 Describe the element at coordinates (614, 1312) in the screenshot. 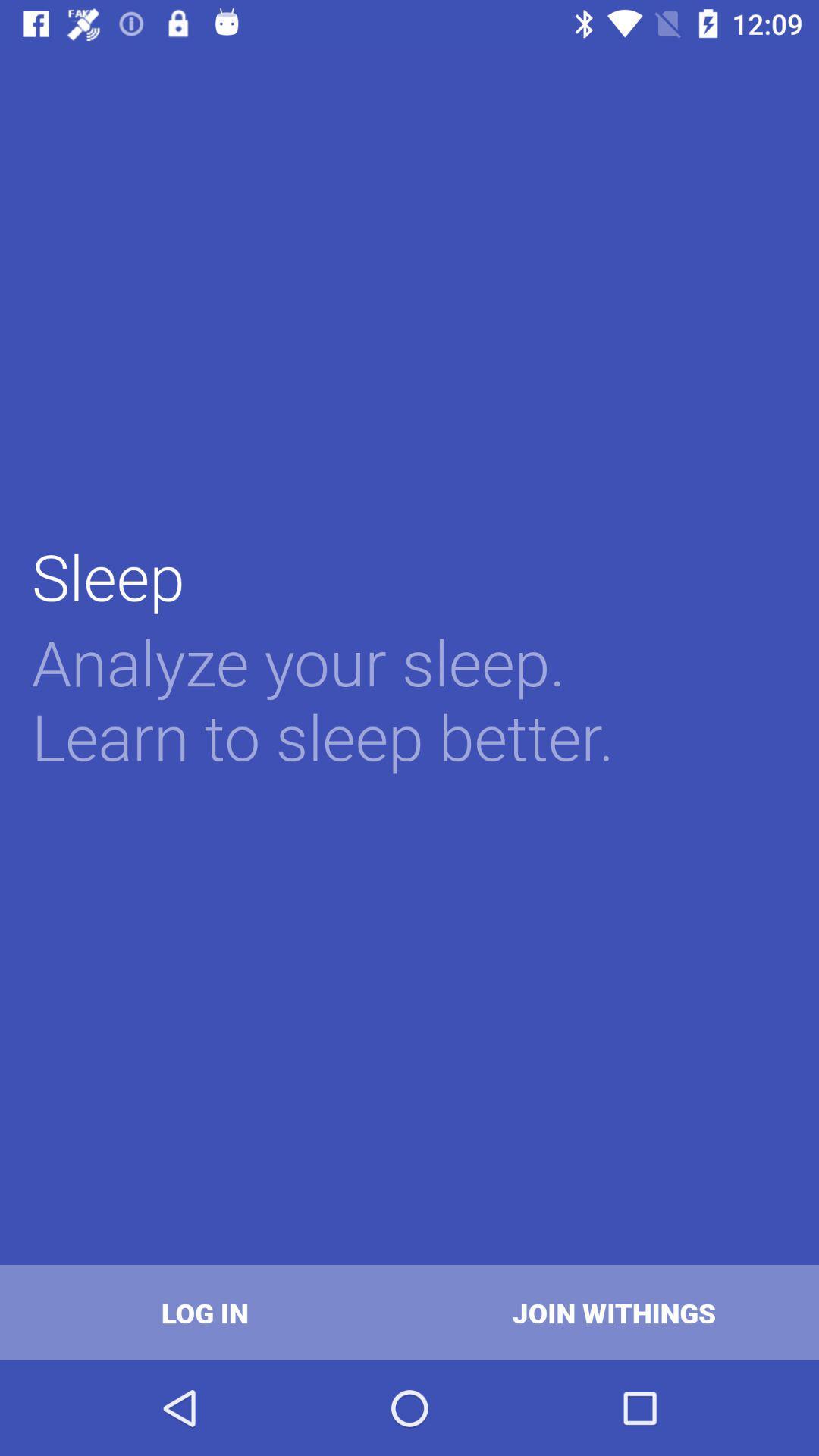

I see `the item below analyze your sleep` at that location.